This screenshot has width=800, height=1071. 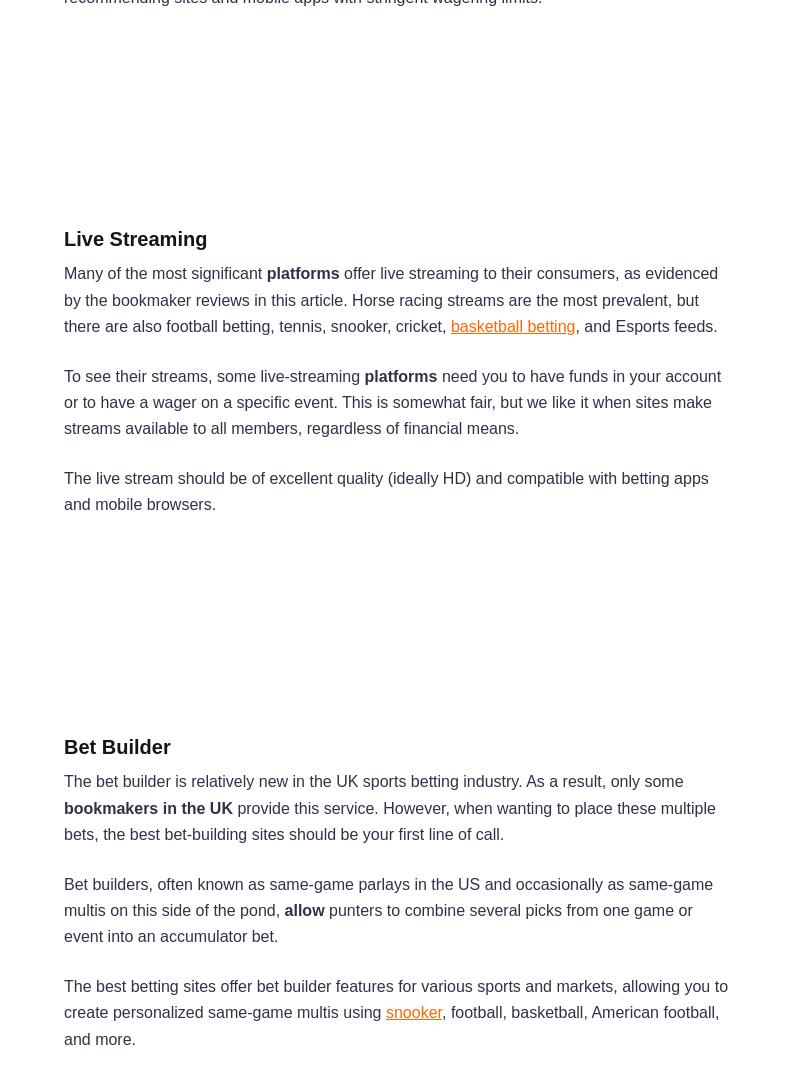 What do you see at coordinates (412, 1012) in the screenshot?
I see `'snooker'` at bounding box center [412, 1012].